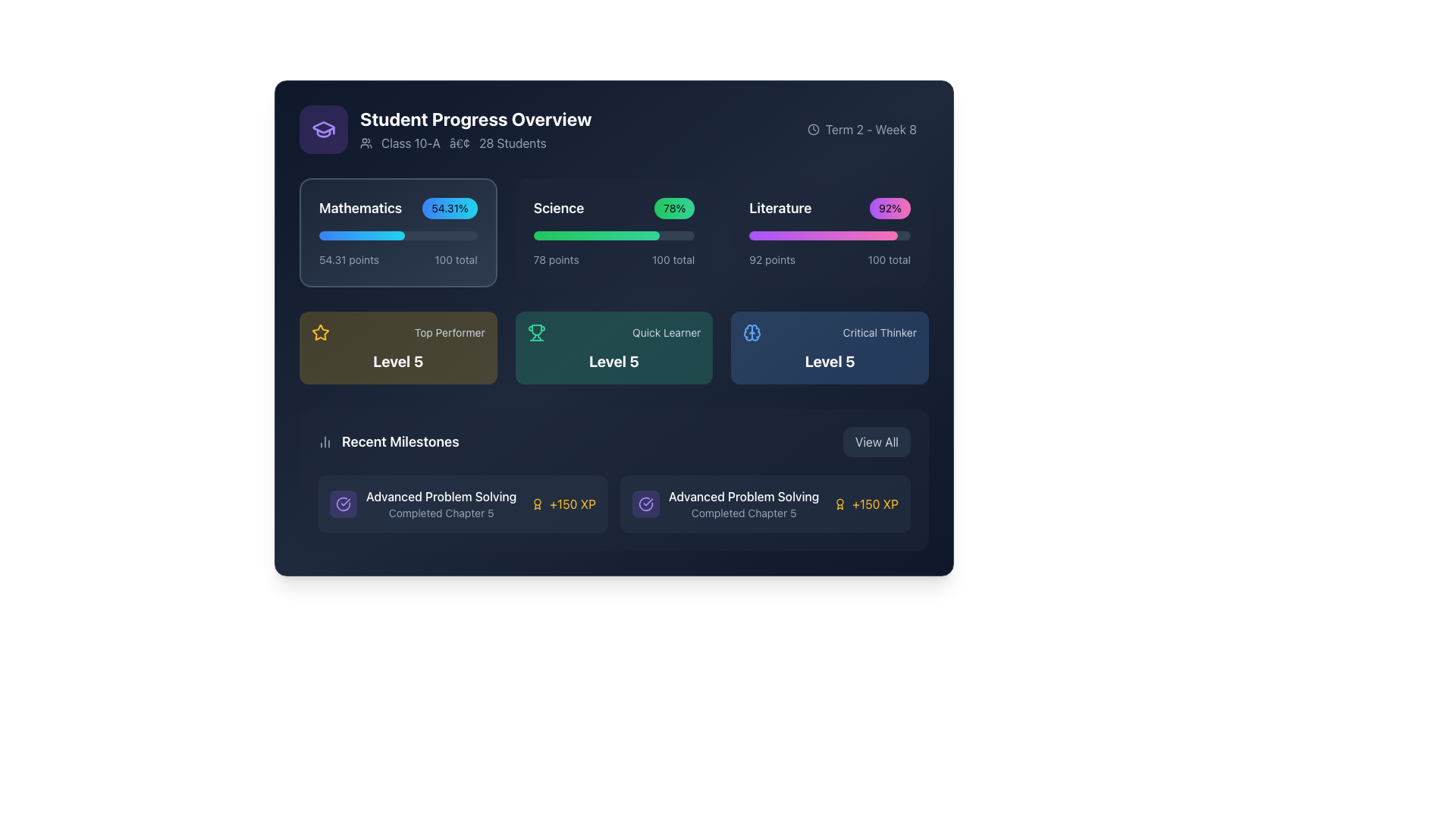 The image size is (1456, 819). Describe the element at coordinates (875, 504) in the screenshot. I see `the content of the text display showing '+150 XP' in a bold, amber-colored font, located in the 'Recent Milestones' section next to an award medal icon` at that location.